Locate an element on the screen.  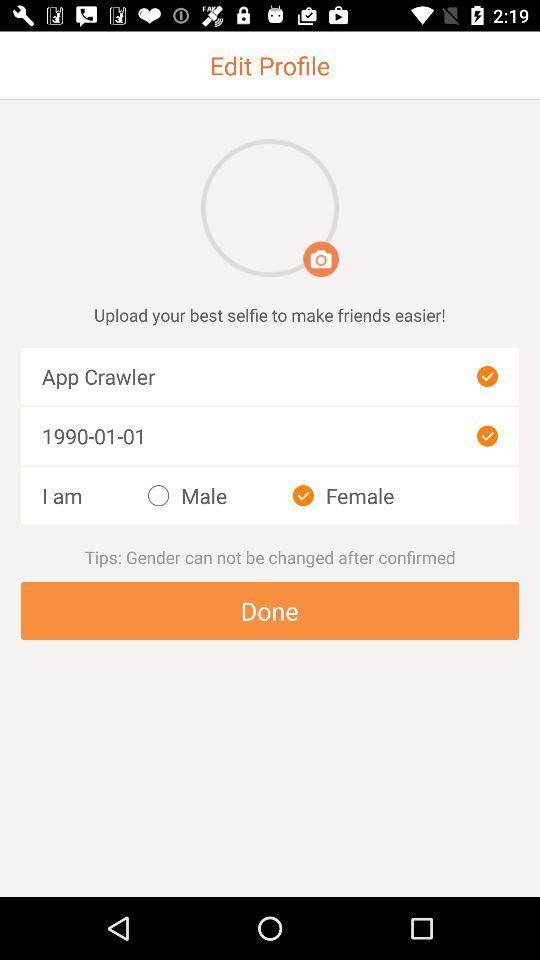
the button done shown at the bottom of the page is located at coordinates (270, 610).